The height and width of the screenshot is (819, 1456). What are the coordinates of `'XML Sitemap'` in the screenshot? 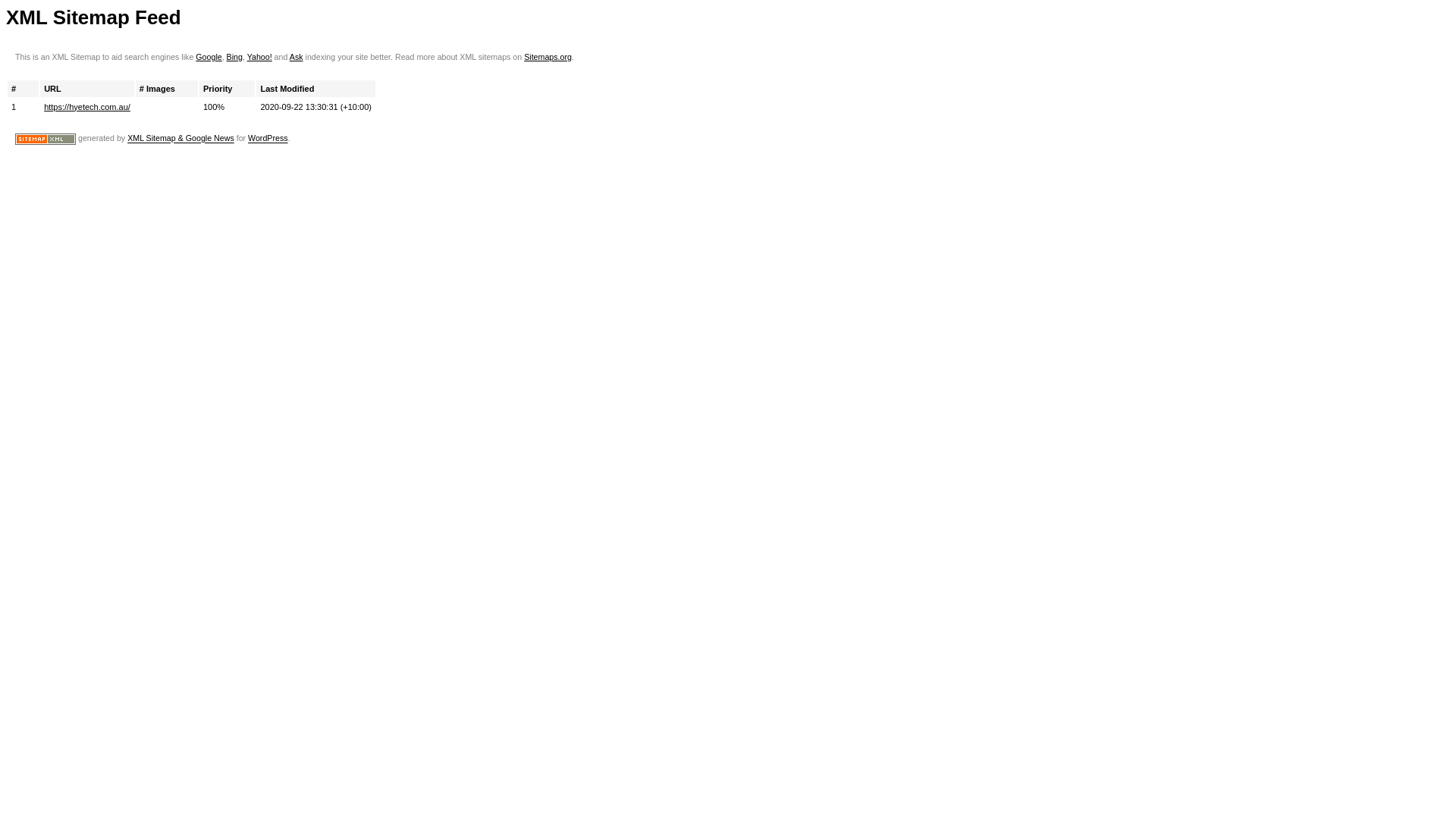 It's located at (45, 139).